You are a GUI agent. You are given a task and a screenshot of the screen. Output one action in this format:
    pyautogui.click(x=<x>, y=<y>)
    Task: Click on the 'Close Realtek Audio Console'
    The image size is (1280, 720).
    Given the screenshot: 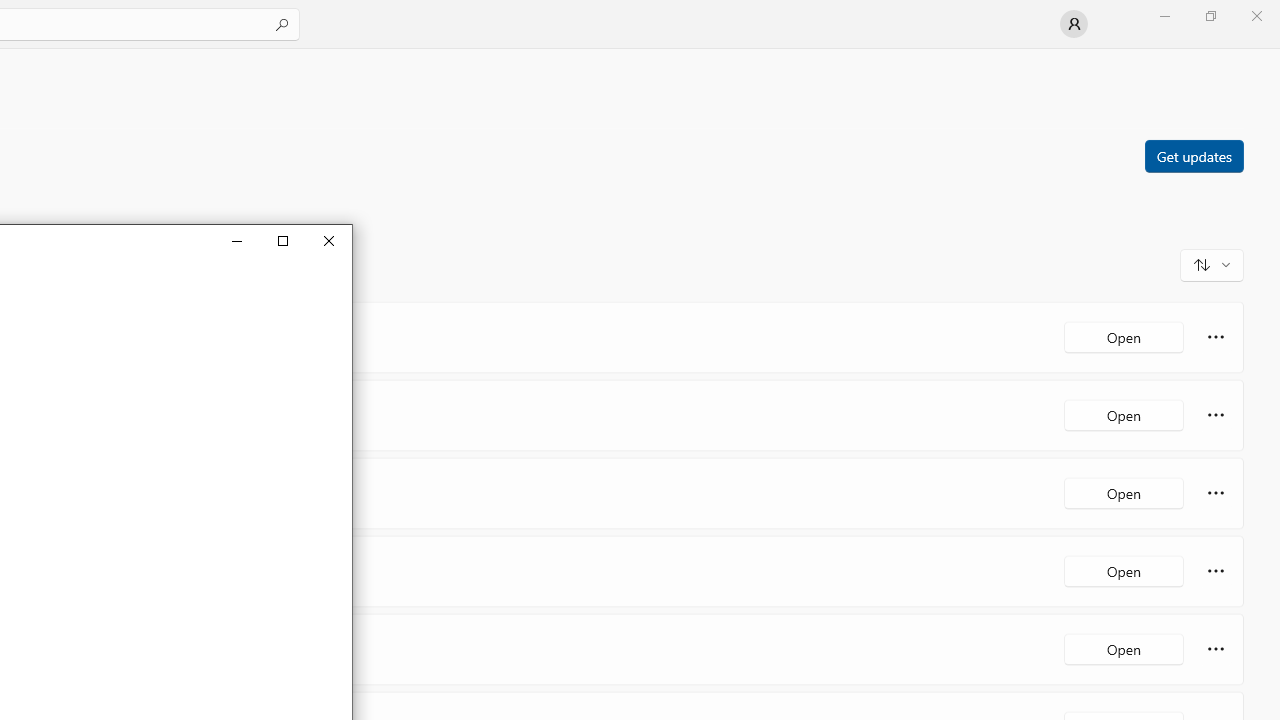 What is the action you would take?
    pyautogui.click(x=328, y=239)
    